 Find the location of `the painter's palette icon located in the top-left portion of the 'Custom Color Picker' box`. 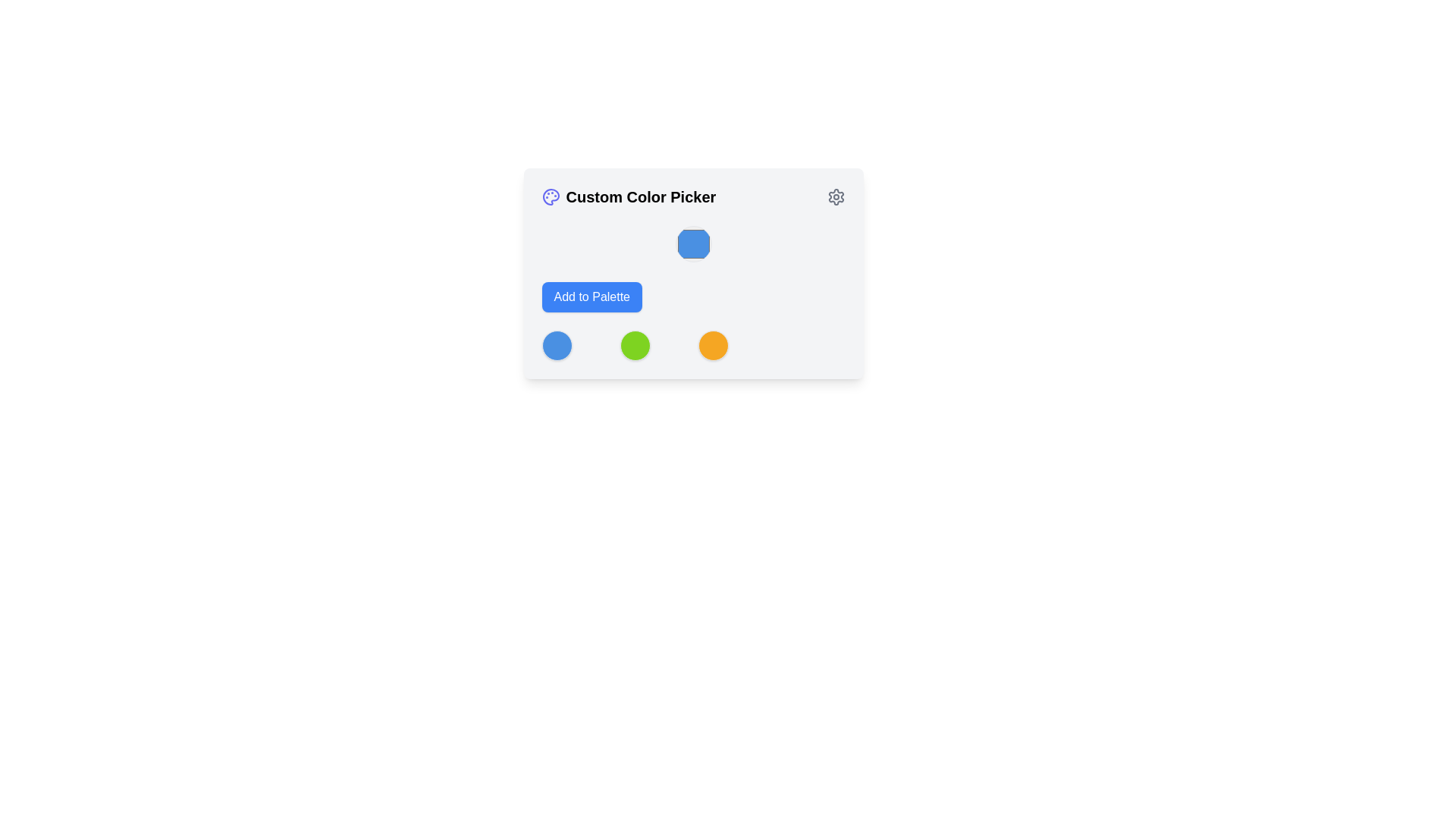

the painter's palette icon located in the top-left portion of the 'Custom Color Picker' box is located at coordinates (550, 196).